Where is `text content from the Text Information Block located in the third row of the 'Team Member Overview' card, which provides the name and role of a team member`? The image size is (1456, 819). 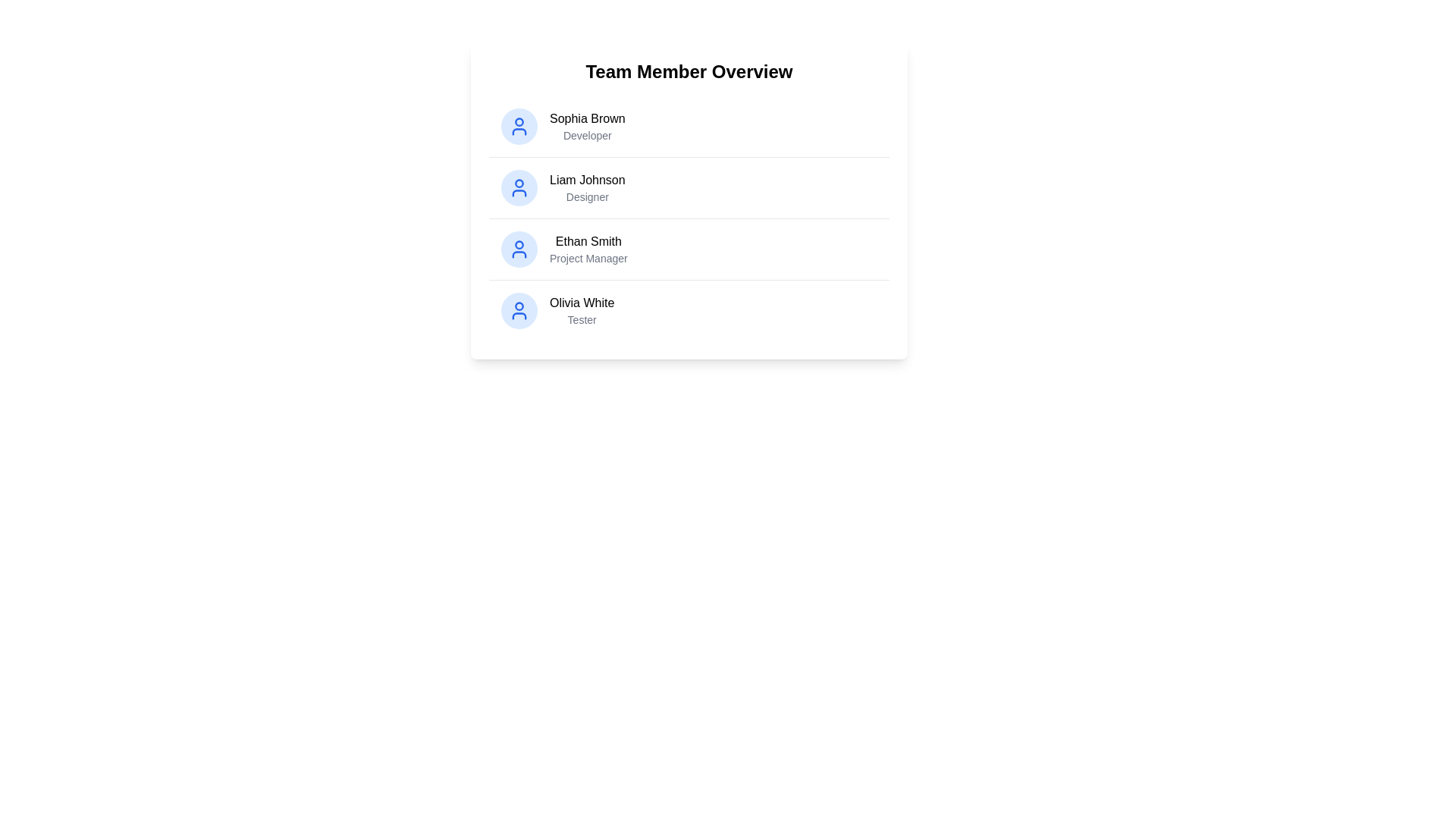 text content from the Text Information Block located in the third row of the 'Team Member Overview' card, which provides the name and role of a team member is located at coordinates (588, 248).